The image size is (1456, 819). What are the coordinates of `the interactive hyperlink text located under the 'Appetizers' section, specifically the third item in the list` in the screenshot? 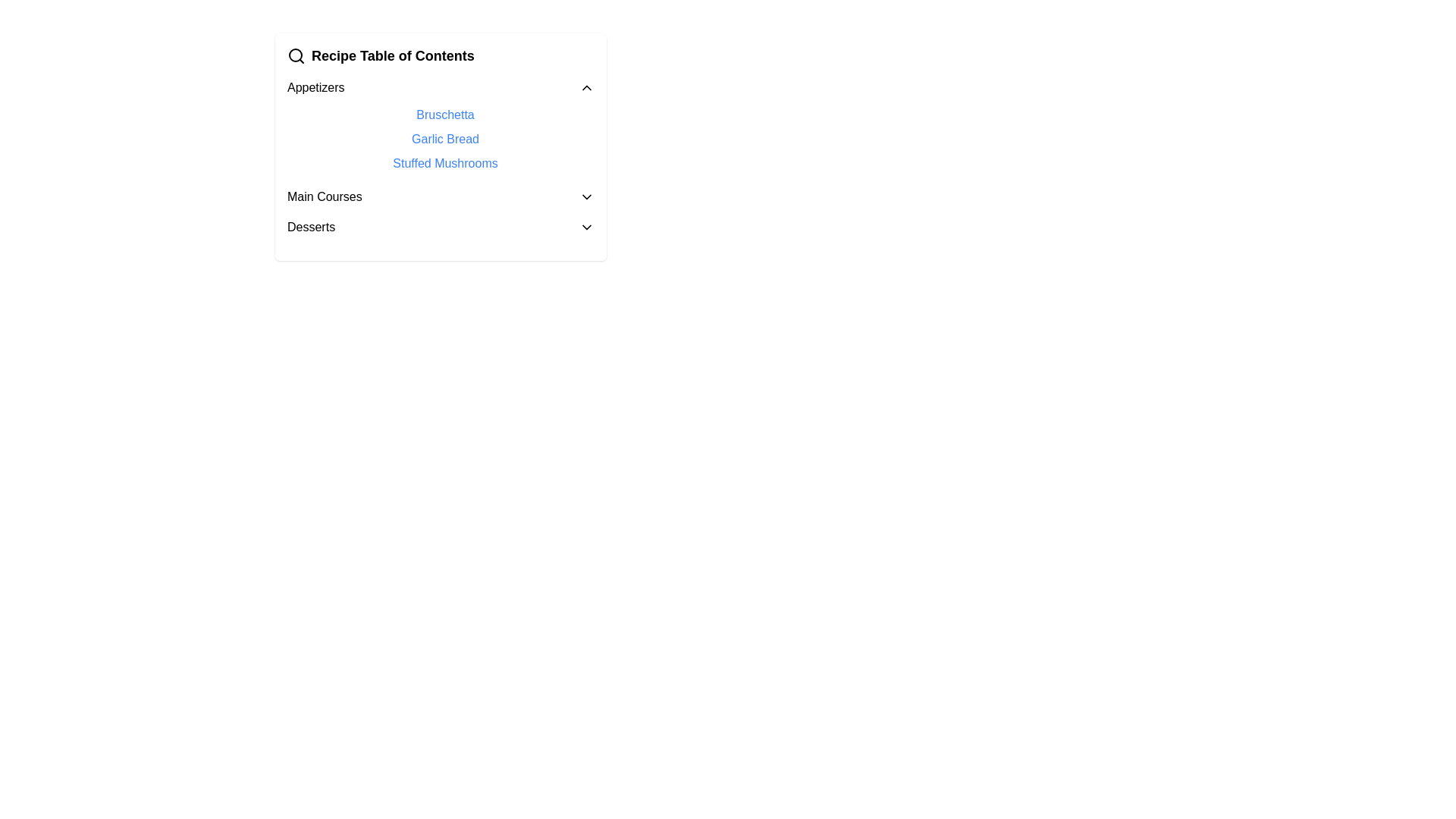 It's located at (440, 158).